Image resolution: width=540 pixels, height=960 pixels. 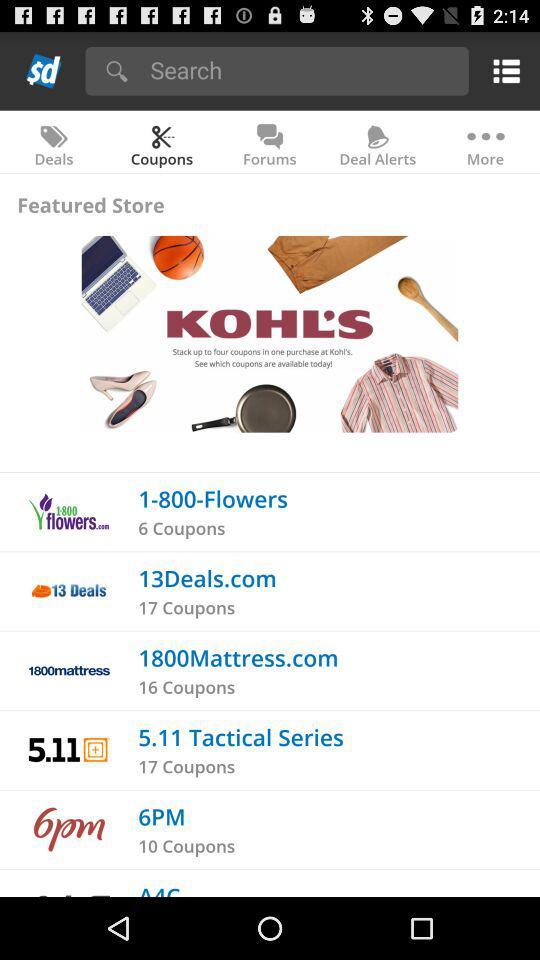 I want to click on the icon below the 10 coupons item, so click(x=158, y=888).